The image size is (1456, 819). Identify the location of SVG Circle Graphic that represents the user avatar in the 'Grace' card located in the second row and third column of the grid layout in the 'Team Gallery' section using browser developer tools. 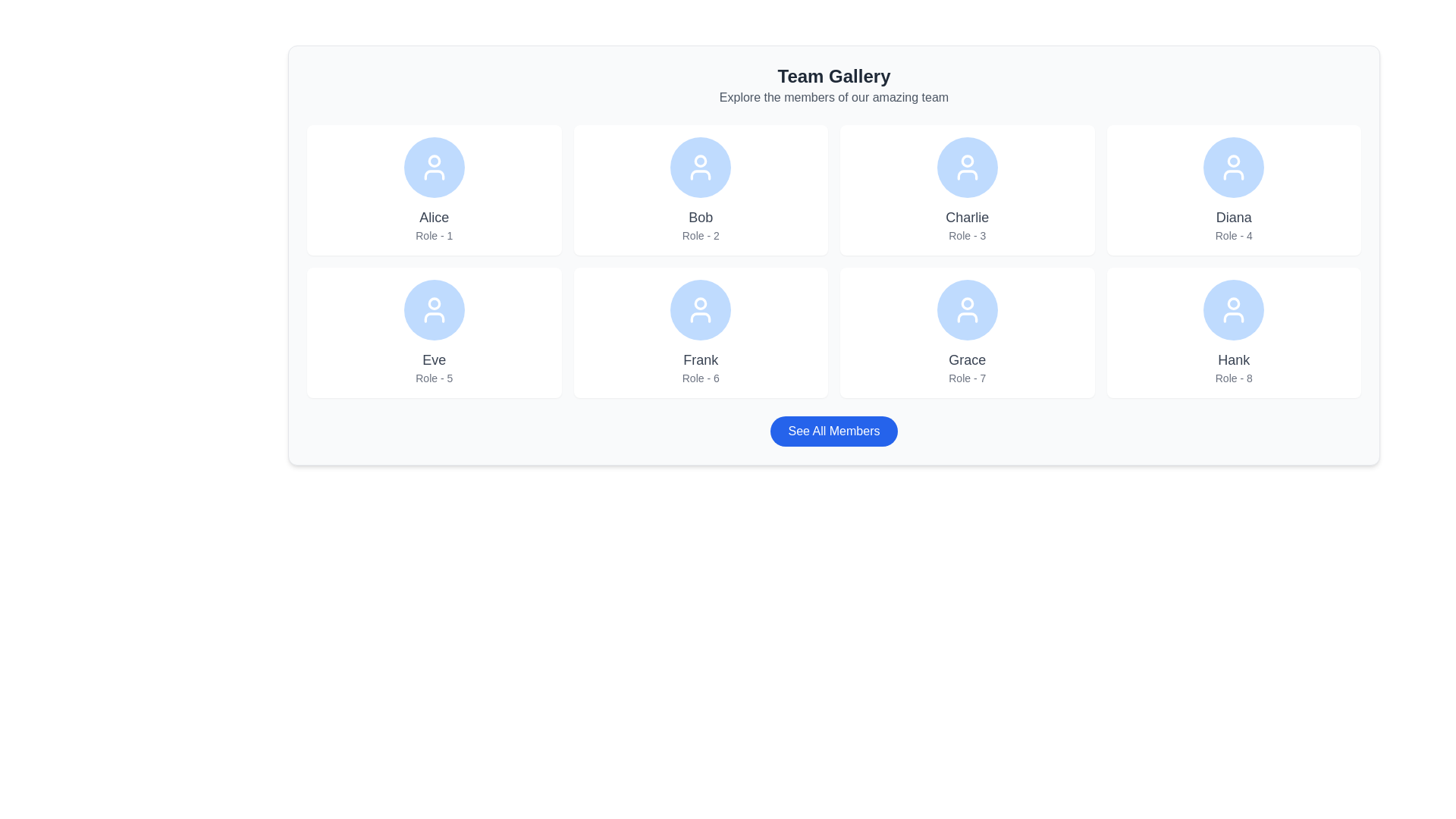
(966, 303).